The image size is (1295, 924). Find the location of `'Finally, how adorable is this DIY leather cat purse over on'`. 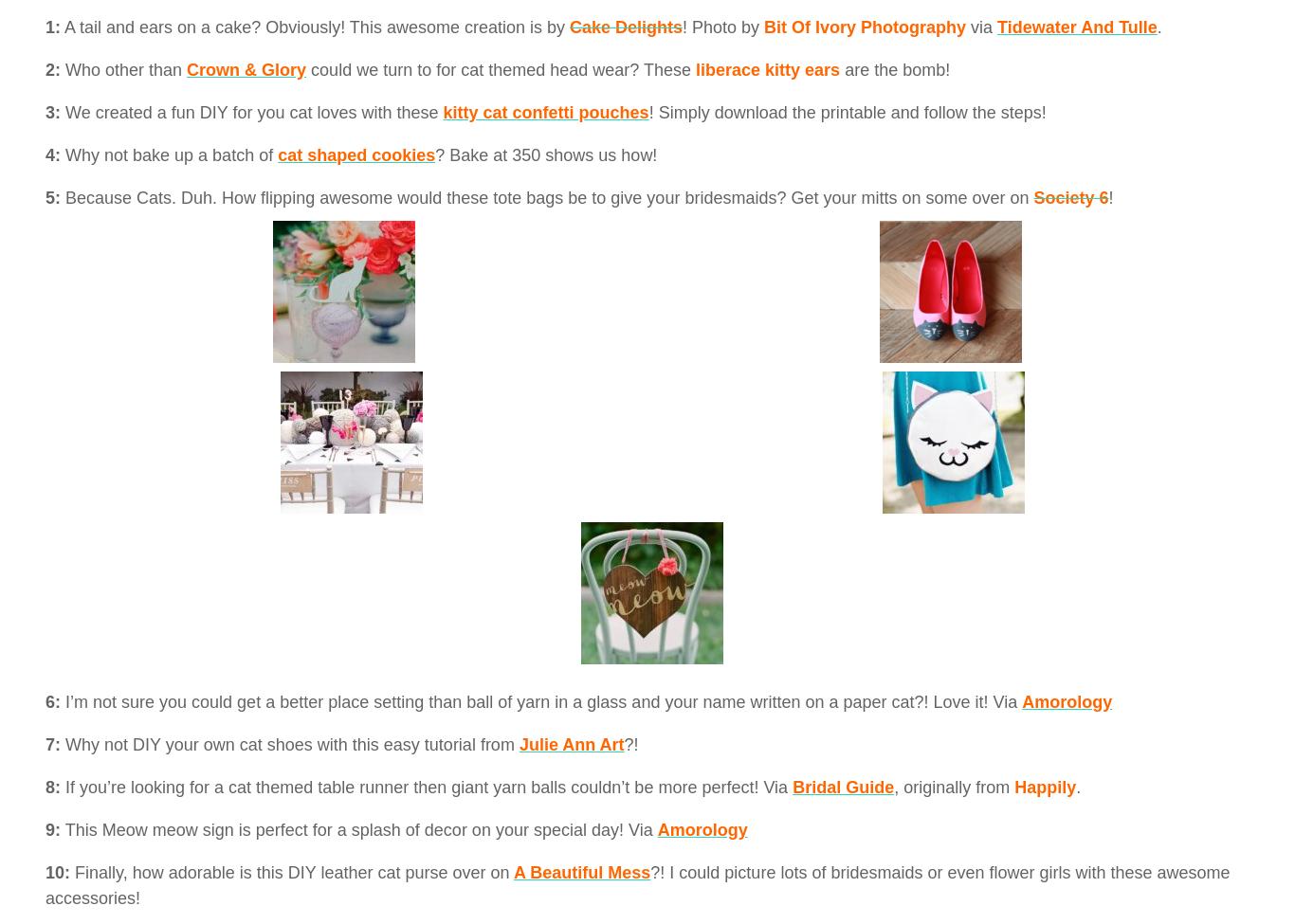

'Finally, how adorable is this DIY leather cat purse over on' is located at coordinates (289, 871).